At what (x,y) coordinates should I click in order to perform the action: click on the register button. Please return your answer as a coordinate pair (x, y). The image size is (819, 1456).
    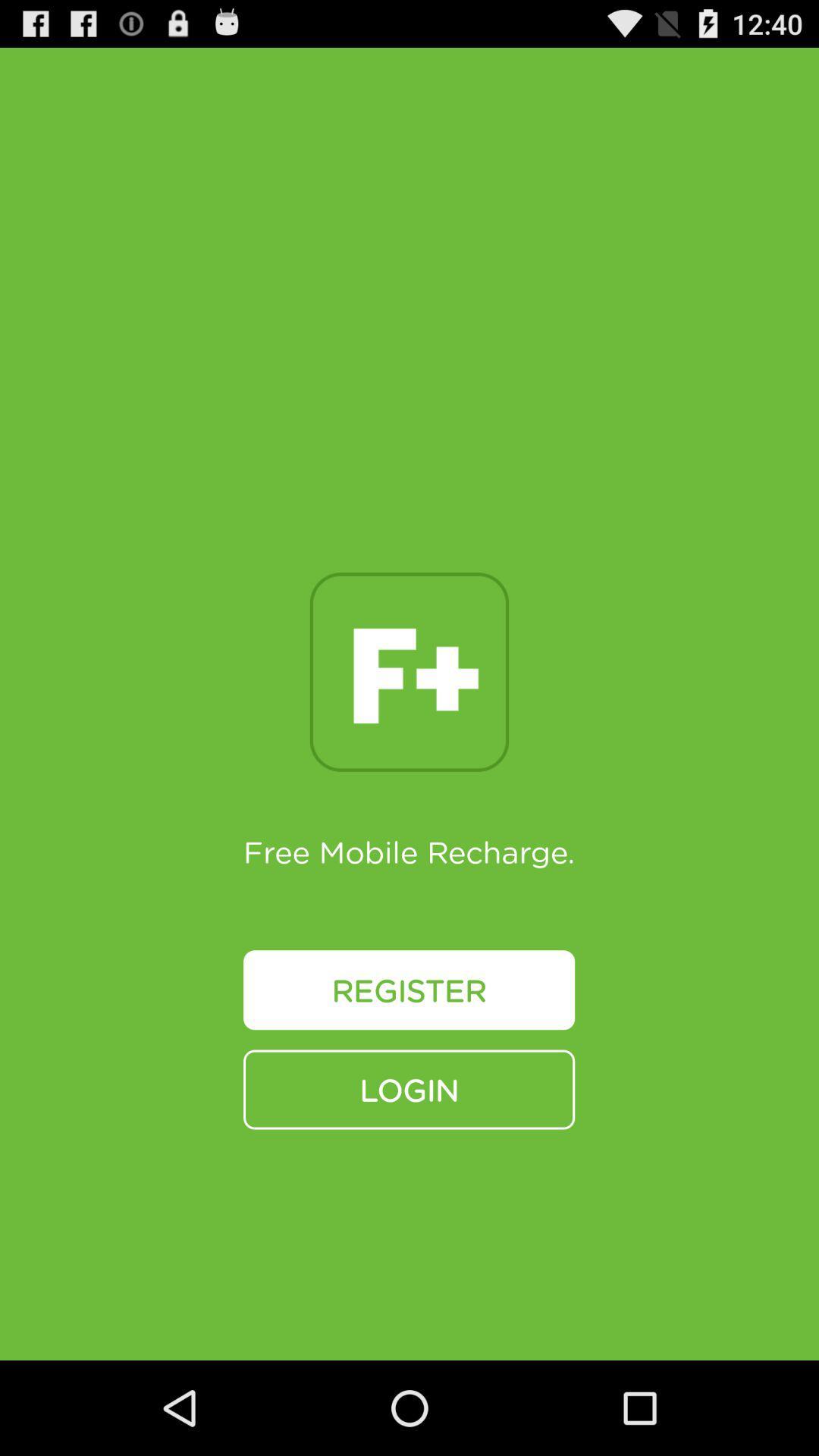
    Looking at the image, I should click on (408, 990).